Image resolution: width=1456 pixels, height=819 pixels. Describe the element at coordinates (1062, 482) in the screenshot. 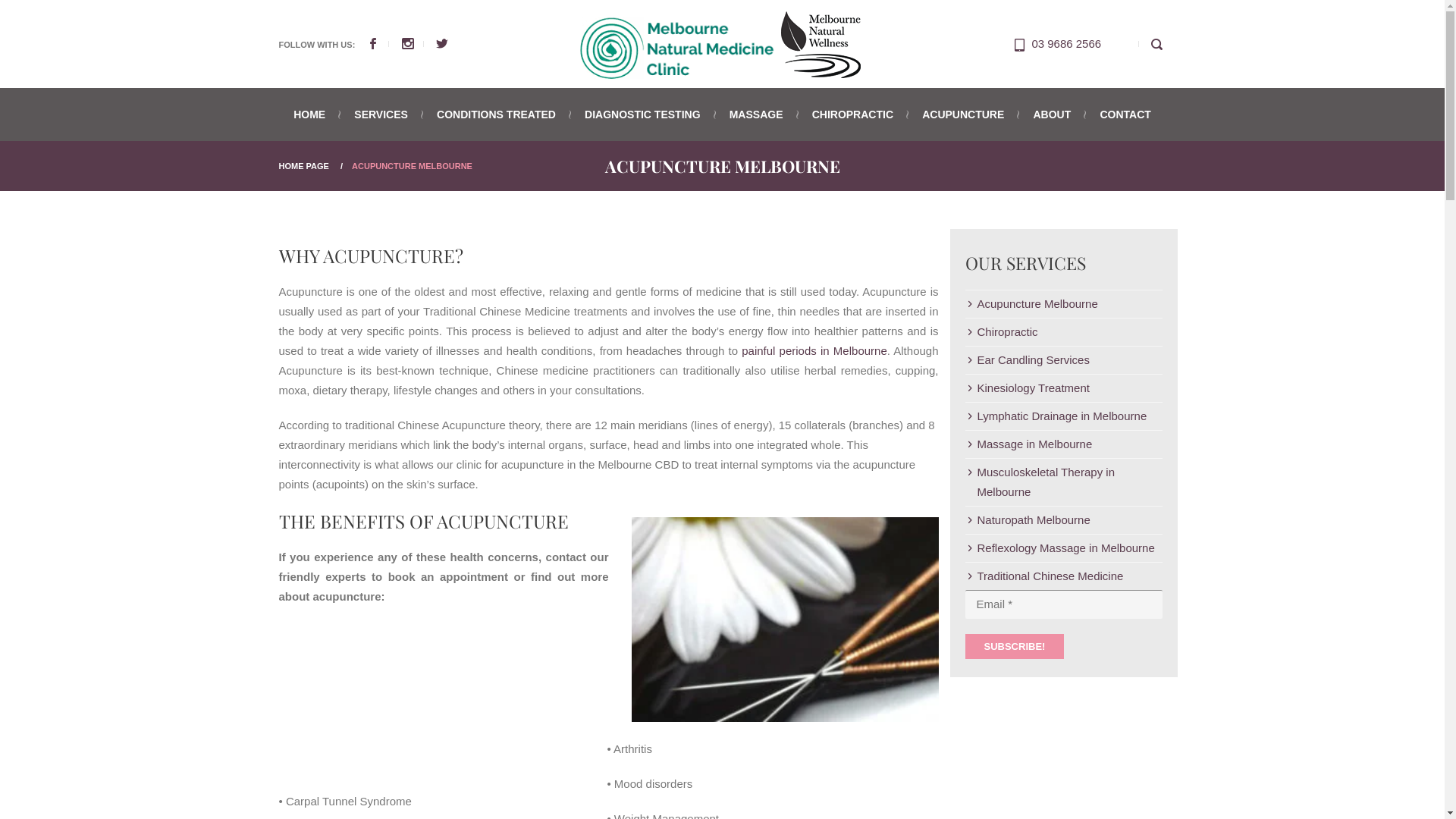

I see `'Musculoskeletal Therapy in Melbourne'` at that location.